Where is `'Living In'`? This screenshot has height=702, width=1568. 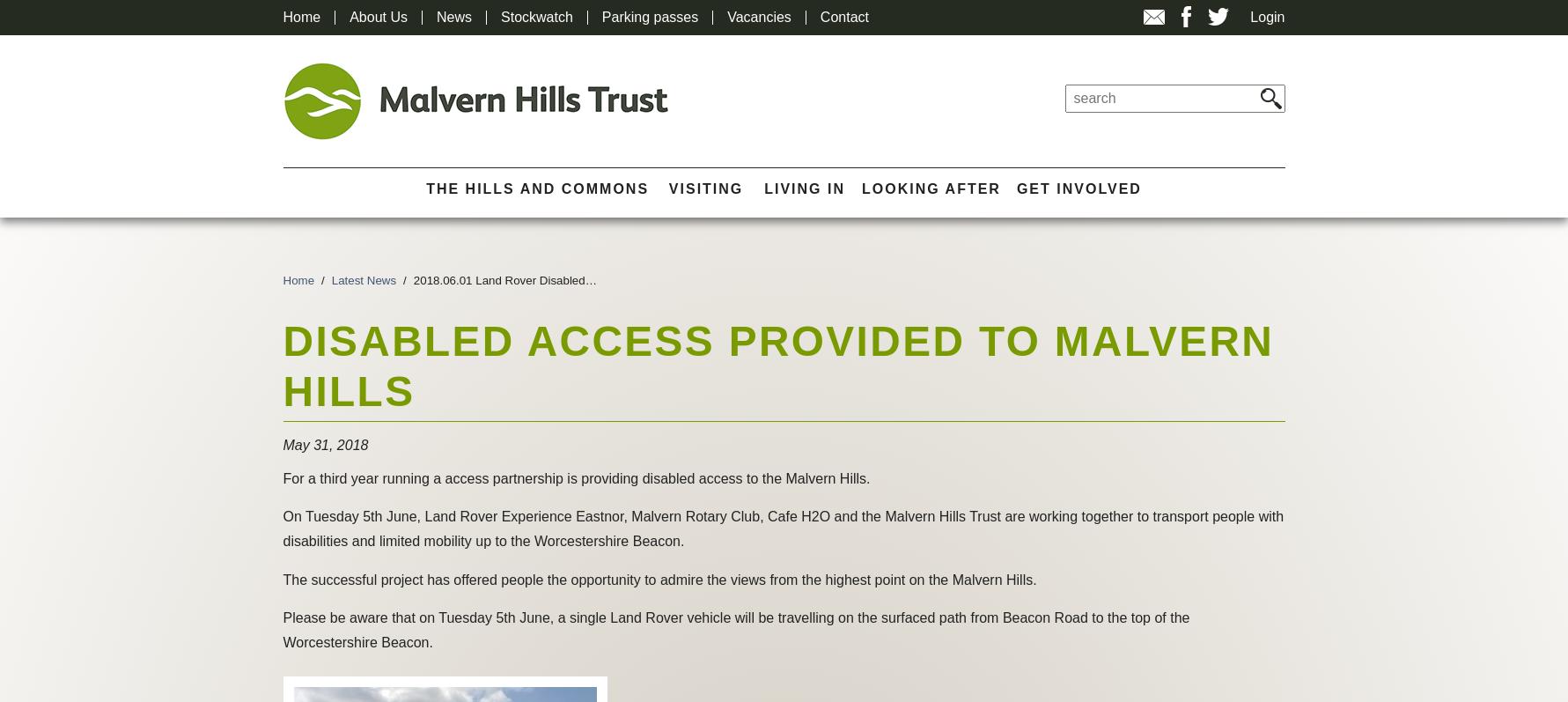 'Living In' is located at coordinates (803, 188).